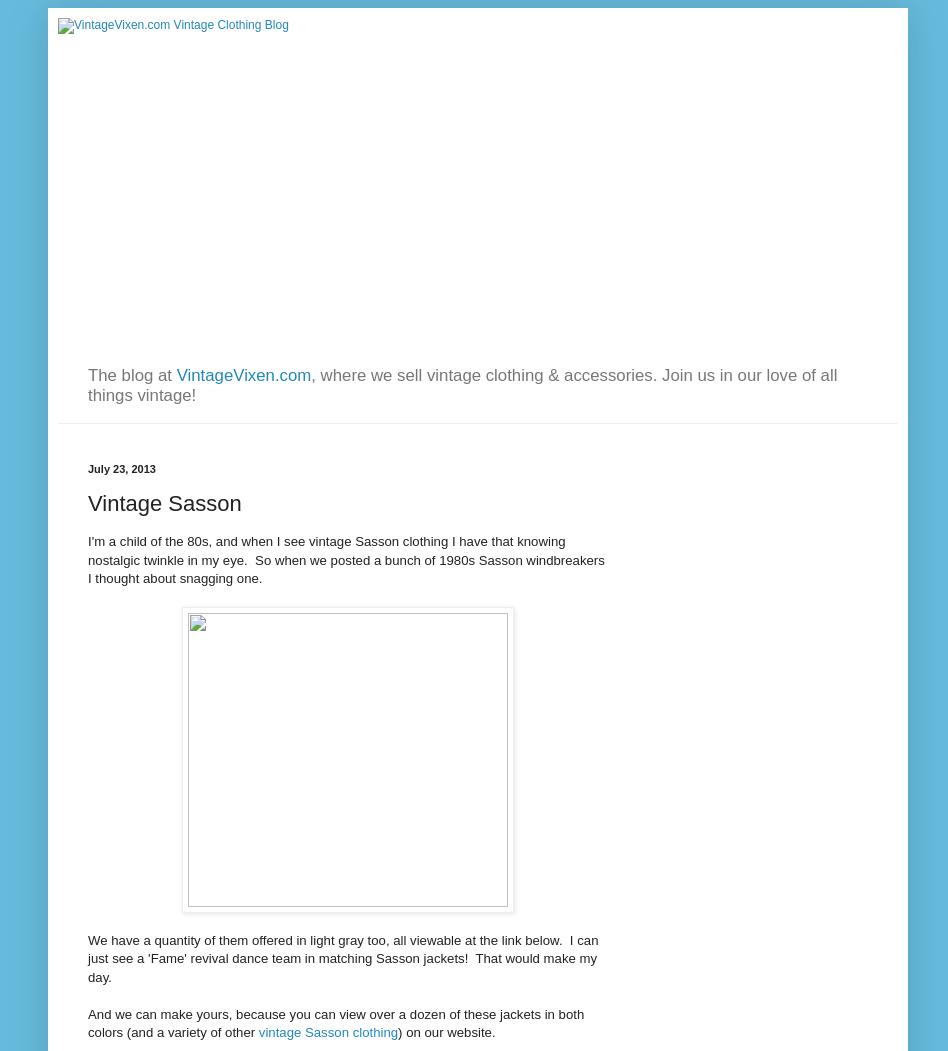 The height and width of the screenshot is (1051, 948). Describe the element at coordinates (342, 956) in the screenshot. I see `'We have a quantity of them offered in light gray too, all viewable at the link below.  I can just see a 'Fame' revival dance team in matching Sasson jackets!  That would make my day.'` at that location.